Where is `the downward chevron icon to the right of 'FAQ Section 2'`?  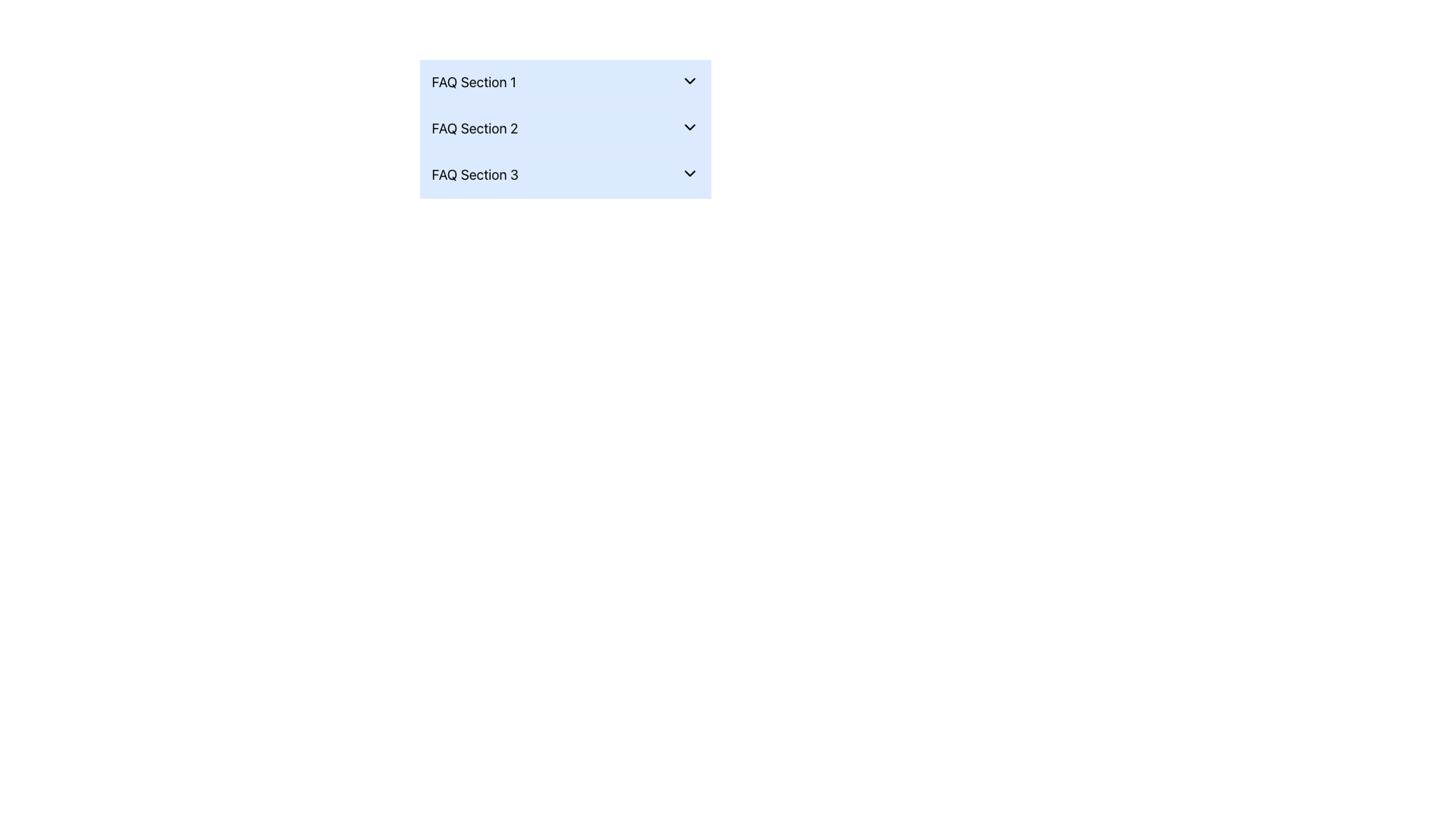 the downward chevron icon to the right of 'FAQ Section 2' is located at coordinates (689, 127).